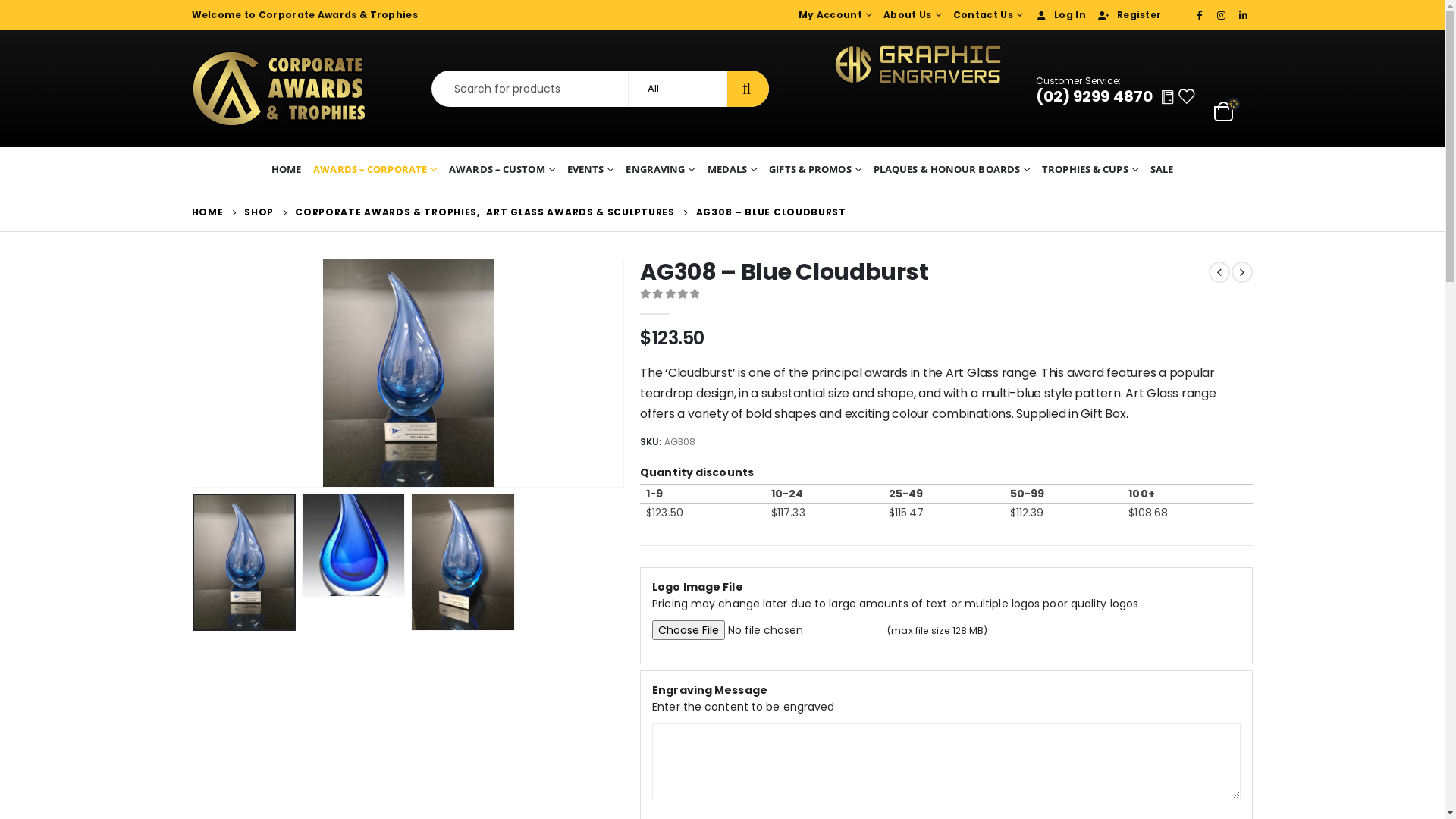 The image size is (1456, 819). What do you see at coordinates (486, 212) in the screenshot?
I see `'ART GLASS AWARDS & SCULPTURES'` at bounding box center [486, 212].